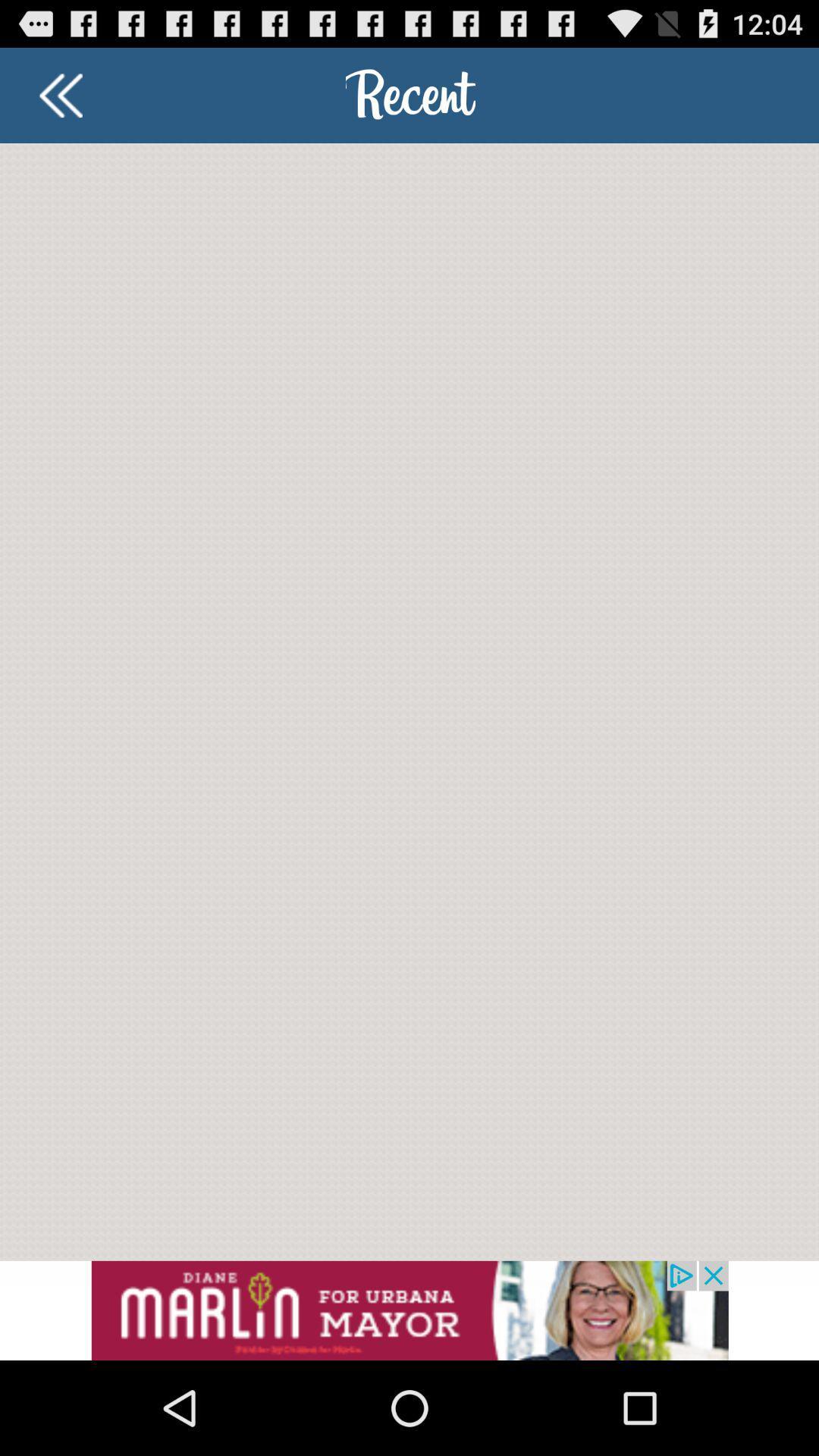 The width and height of the screenshot is (819, 1456). Describe the element at coordinates (60, 94) in the screenshot. I see `downloader for instagram photo video saver` at that location.